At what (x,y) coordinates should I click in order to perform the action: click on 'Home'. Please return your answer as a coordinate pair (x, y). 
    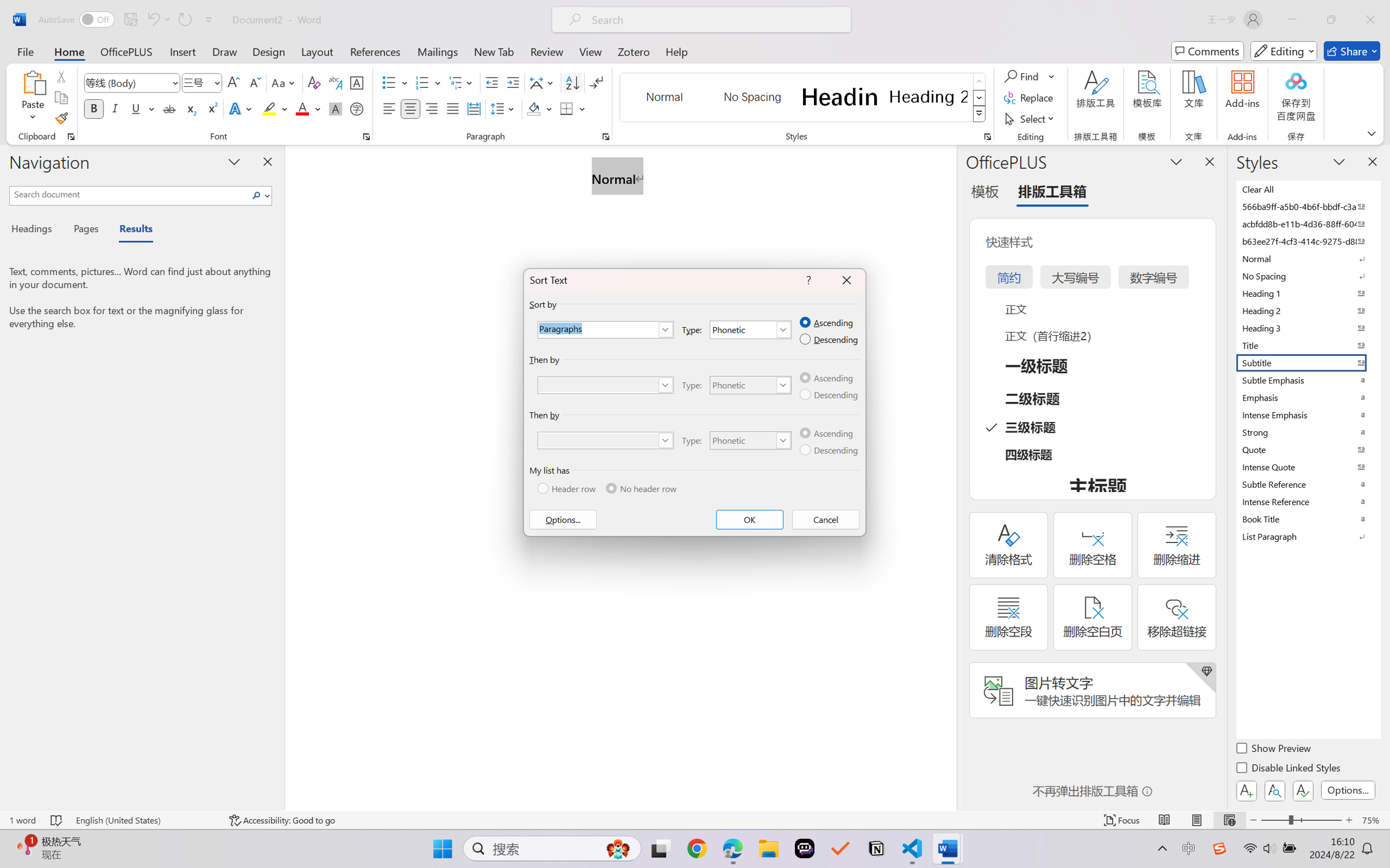
    Looking at the image, I should click on (69, 51).